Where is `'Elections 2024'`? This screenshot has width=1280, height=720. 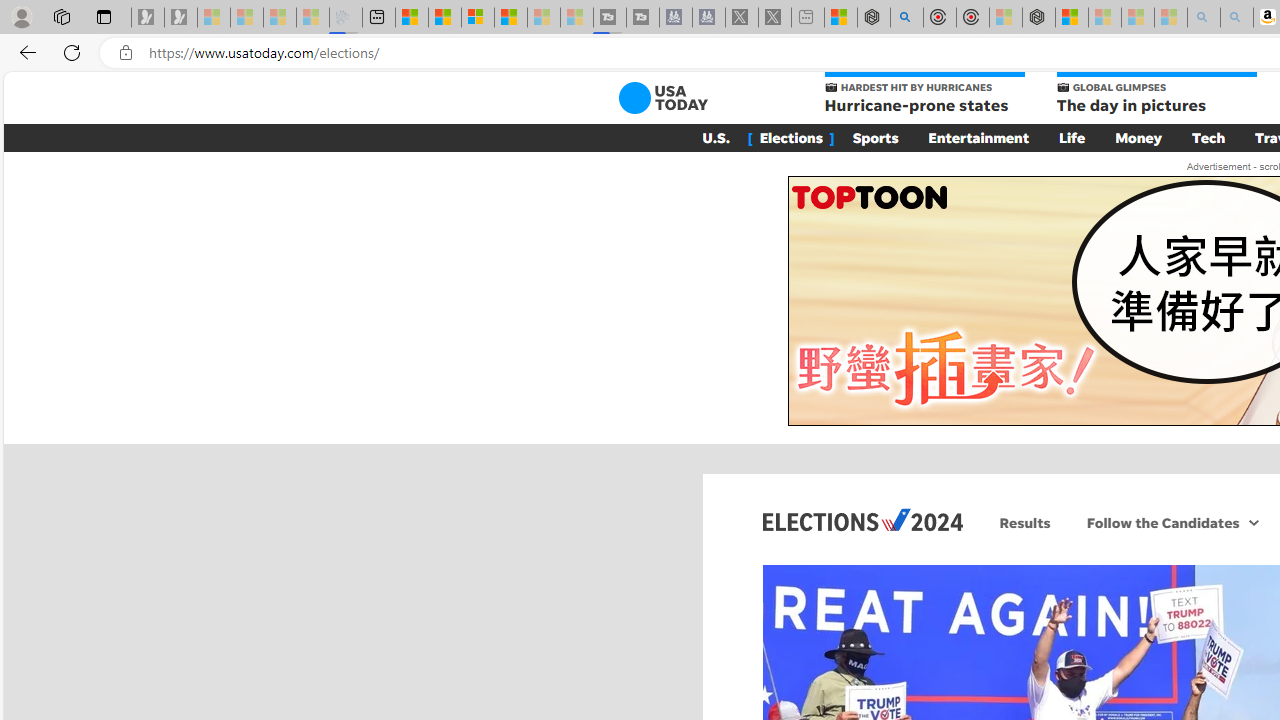
'Elections 2024' is located at coordinates (862, 518).